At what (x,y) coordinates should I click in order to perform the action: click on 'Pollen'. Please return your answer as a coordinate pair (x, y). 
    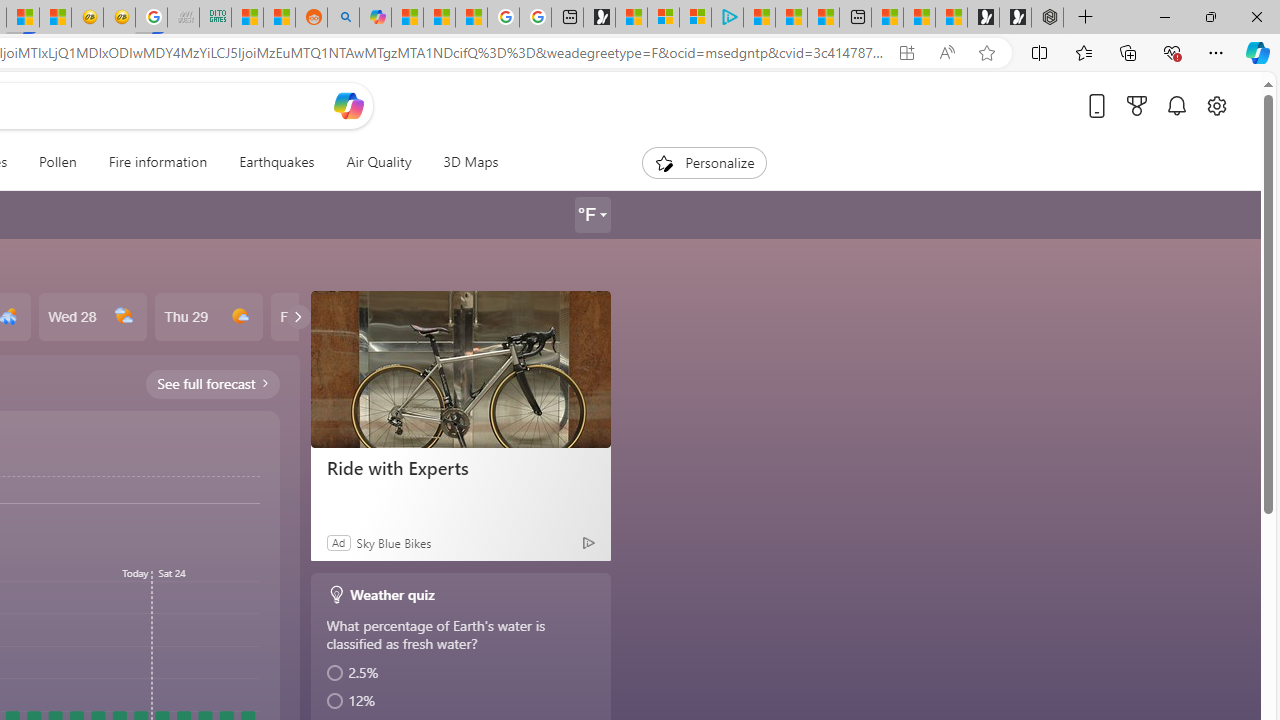
    Looking at the image, I should click on (58, 162).